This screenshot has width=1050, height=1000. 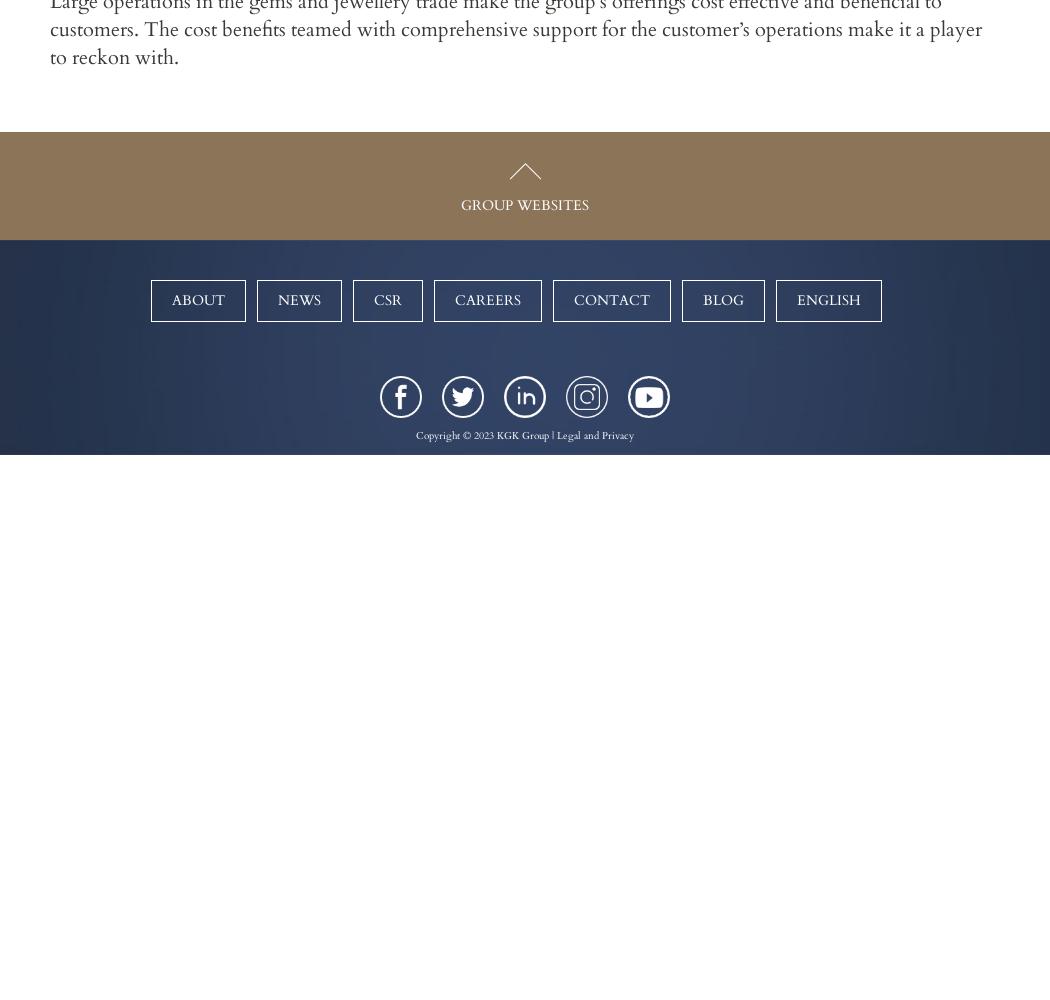 I want to click on 'error:', so click(x=520, y=8).